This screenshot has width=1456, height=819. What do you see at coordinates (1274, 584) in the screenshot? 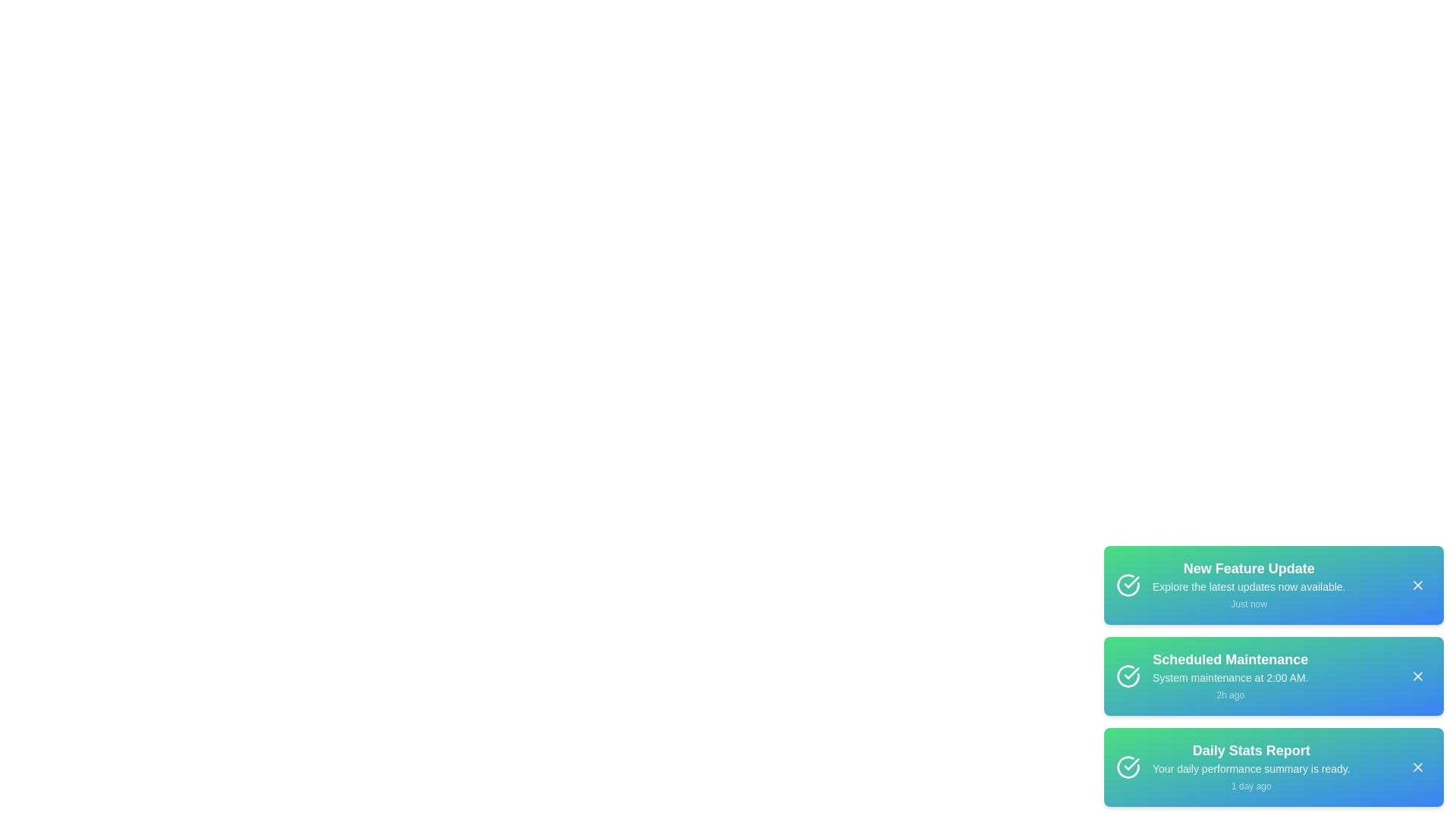
I see `the notification with title New Feature Update` at bounding box center [1274, 584].